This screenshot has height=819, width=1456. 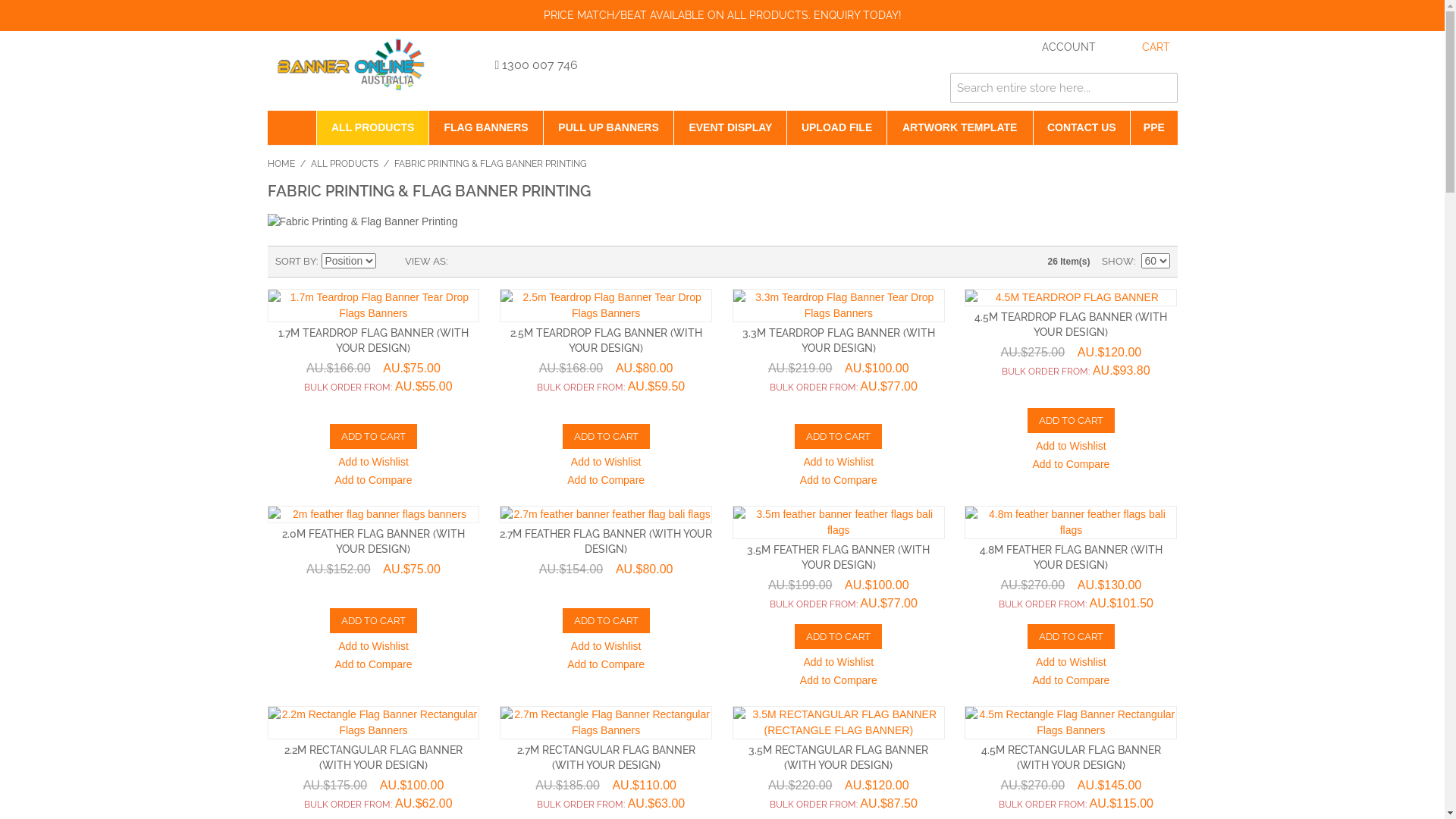 What do you see at coordinates (372, 385) in the screenshot?
I see `'BULK ORDER FROM: AU.$55.00'` at bounding box center [372, 385].